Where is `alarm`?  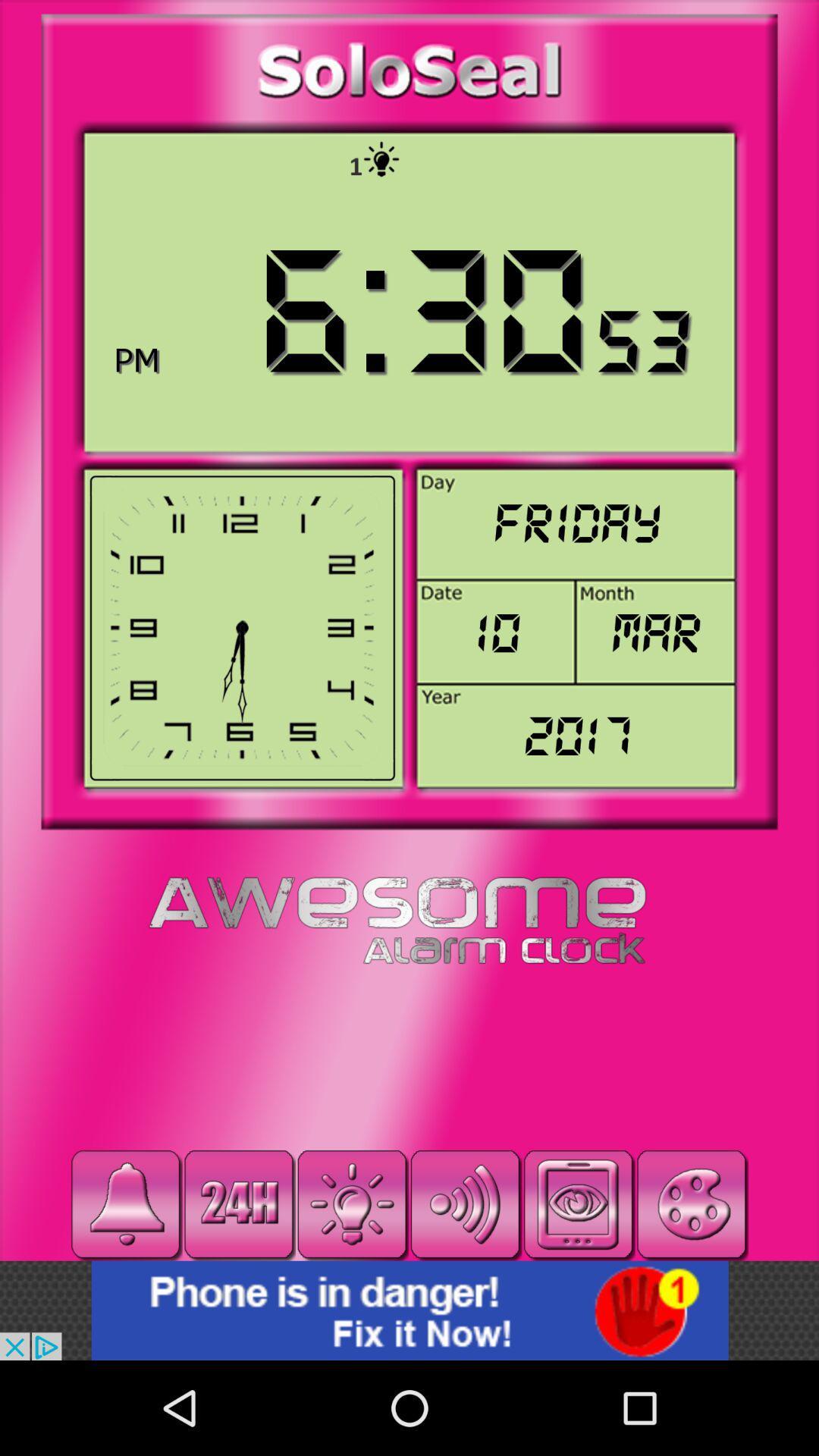
alarm is located at coordinates (125, 1203).